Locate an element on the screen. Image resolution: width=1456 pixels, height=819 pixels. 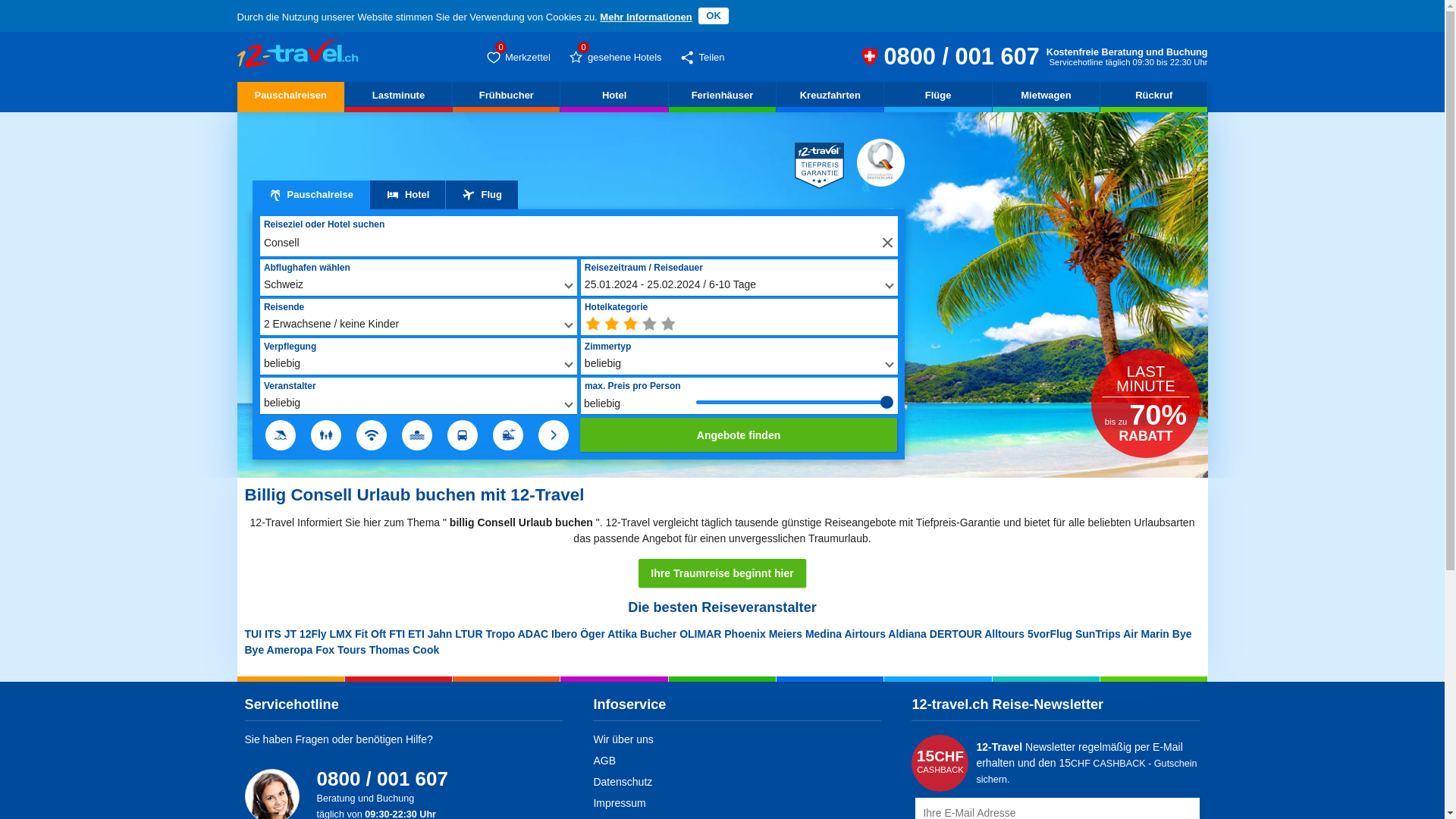
'Fox Tours' is located at coordinates (340, 648).